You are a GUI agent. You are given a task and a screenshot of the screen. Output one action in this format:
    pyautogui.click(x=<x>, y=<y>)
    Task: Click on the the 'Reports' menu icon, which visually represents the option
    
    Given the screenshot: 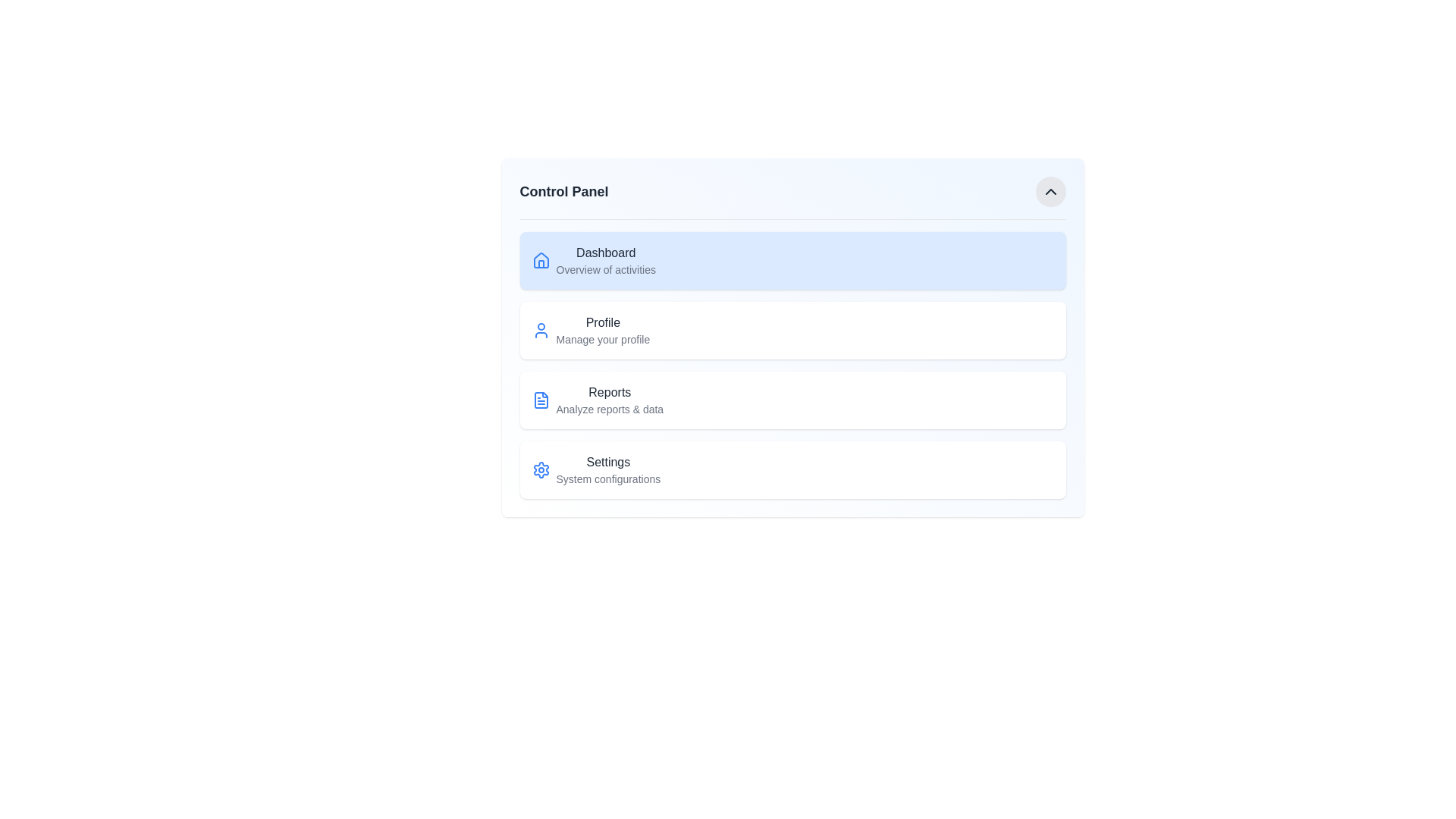 What is the action you would take?
    pyautogui.click(x=541, y=400)
    